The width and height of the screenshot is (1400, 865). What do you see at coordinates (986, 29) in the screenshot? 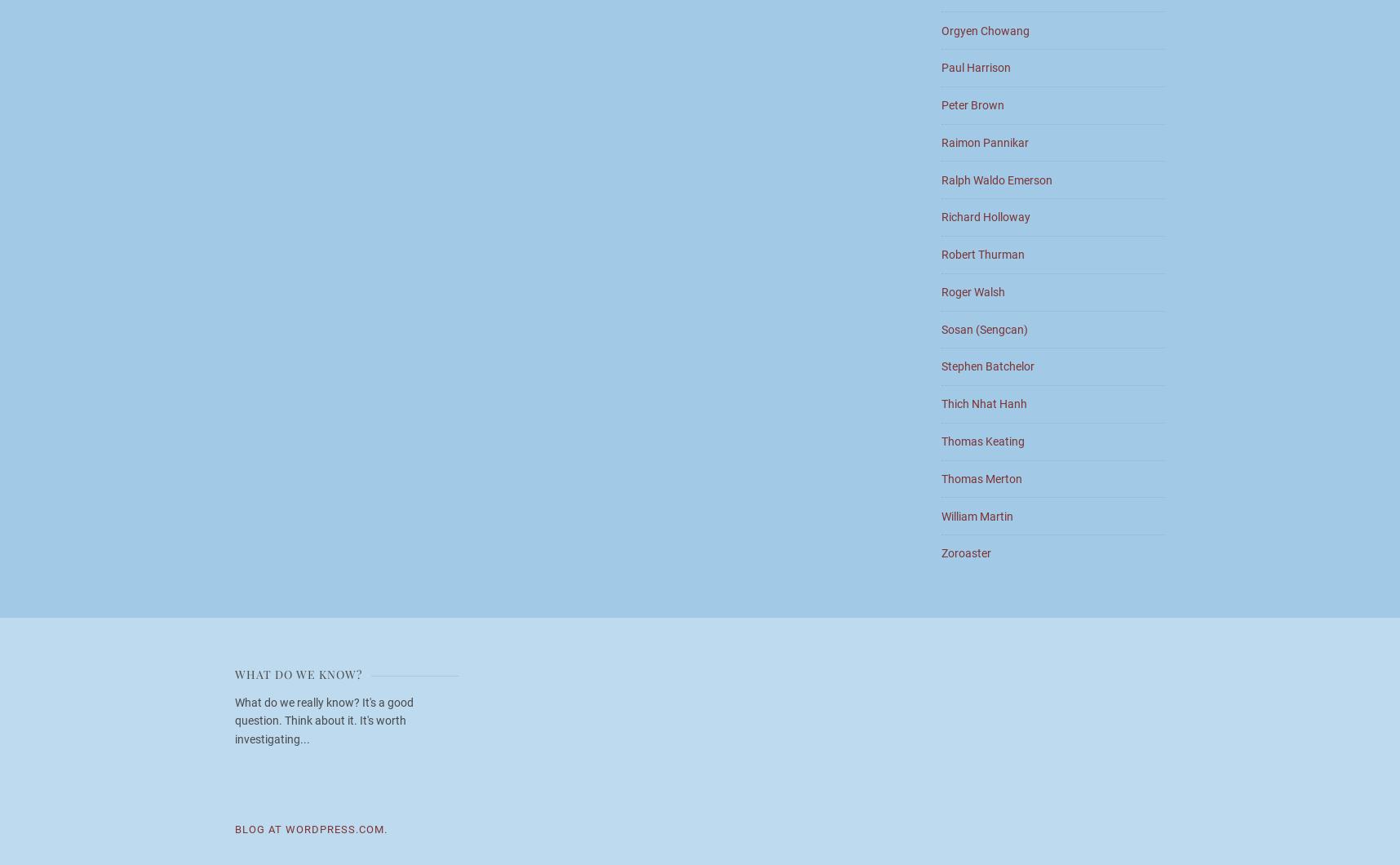
I see `'Orgyen Chowang'` at bounding box center [986, 29].